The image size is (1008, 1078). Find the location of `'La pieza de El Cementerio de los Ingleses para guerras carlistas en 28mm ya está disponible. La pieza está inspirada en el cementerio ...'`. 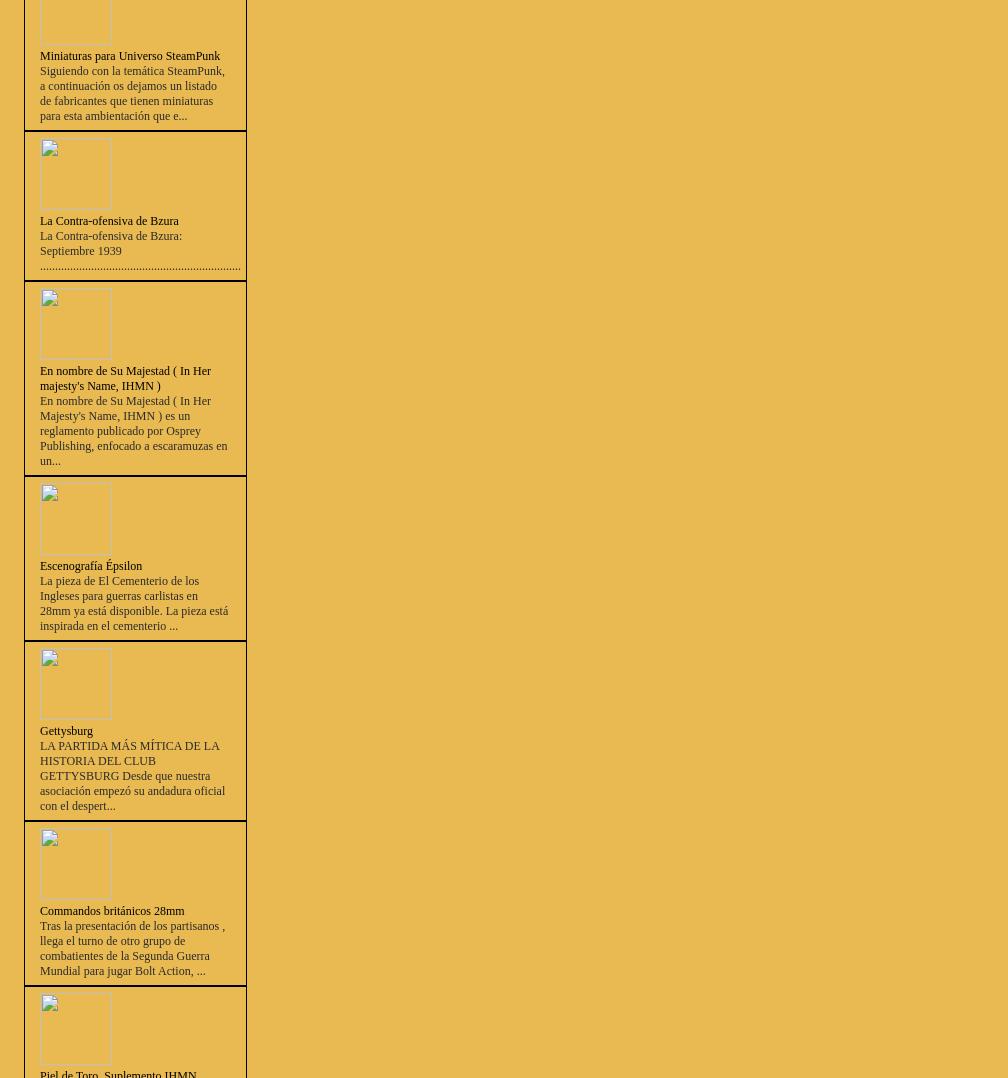

'La pieza de El Cementerio de los Ingleses para guerras carlistas en 28mm ya está disponible. La pieza está inspirada en el cementerio ...' is located at coordinates (133, 603).